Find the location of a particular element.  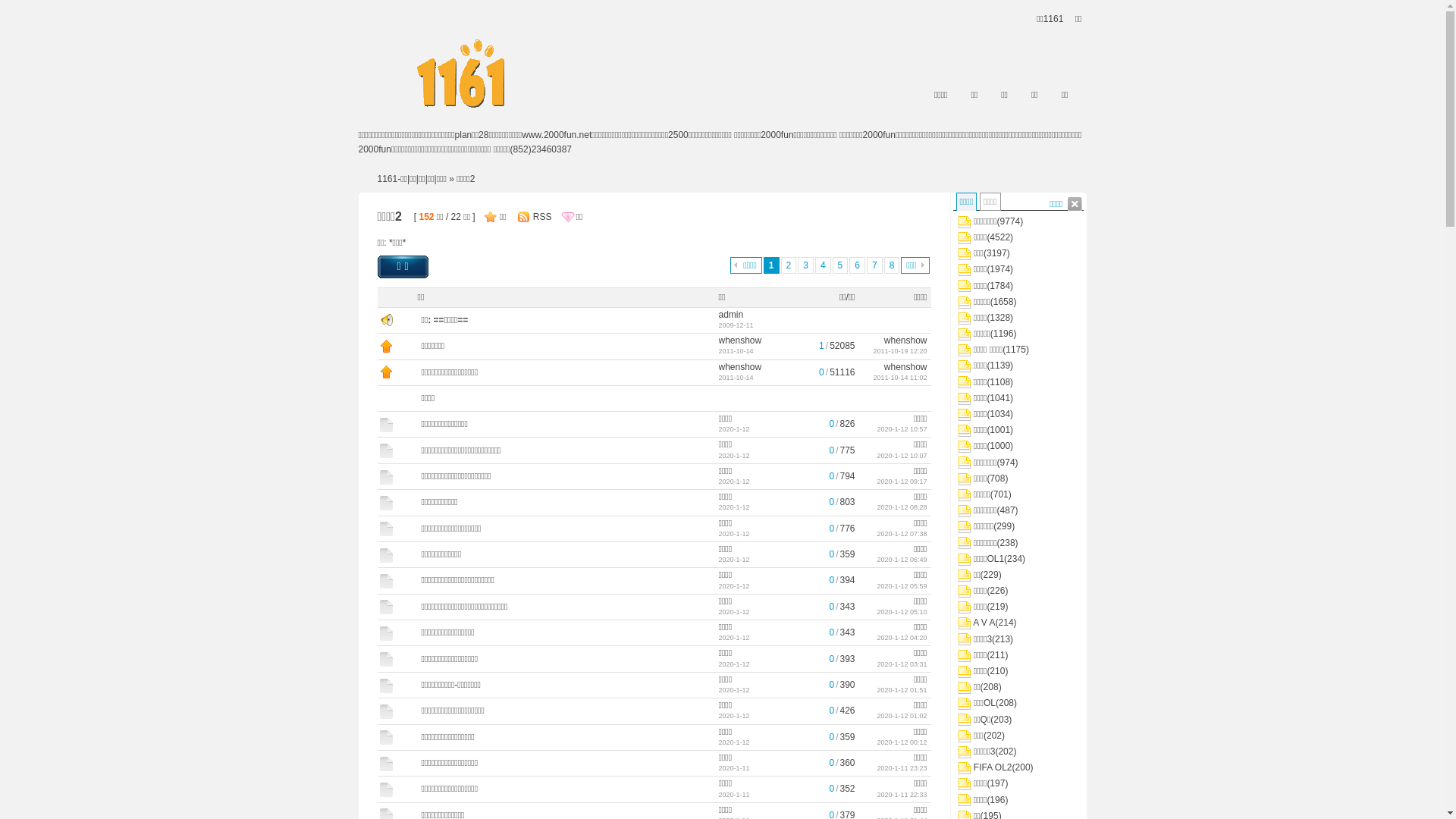

'2020-1-12 00:12' is located at coordinates (902, 742).